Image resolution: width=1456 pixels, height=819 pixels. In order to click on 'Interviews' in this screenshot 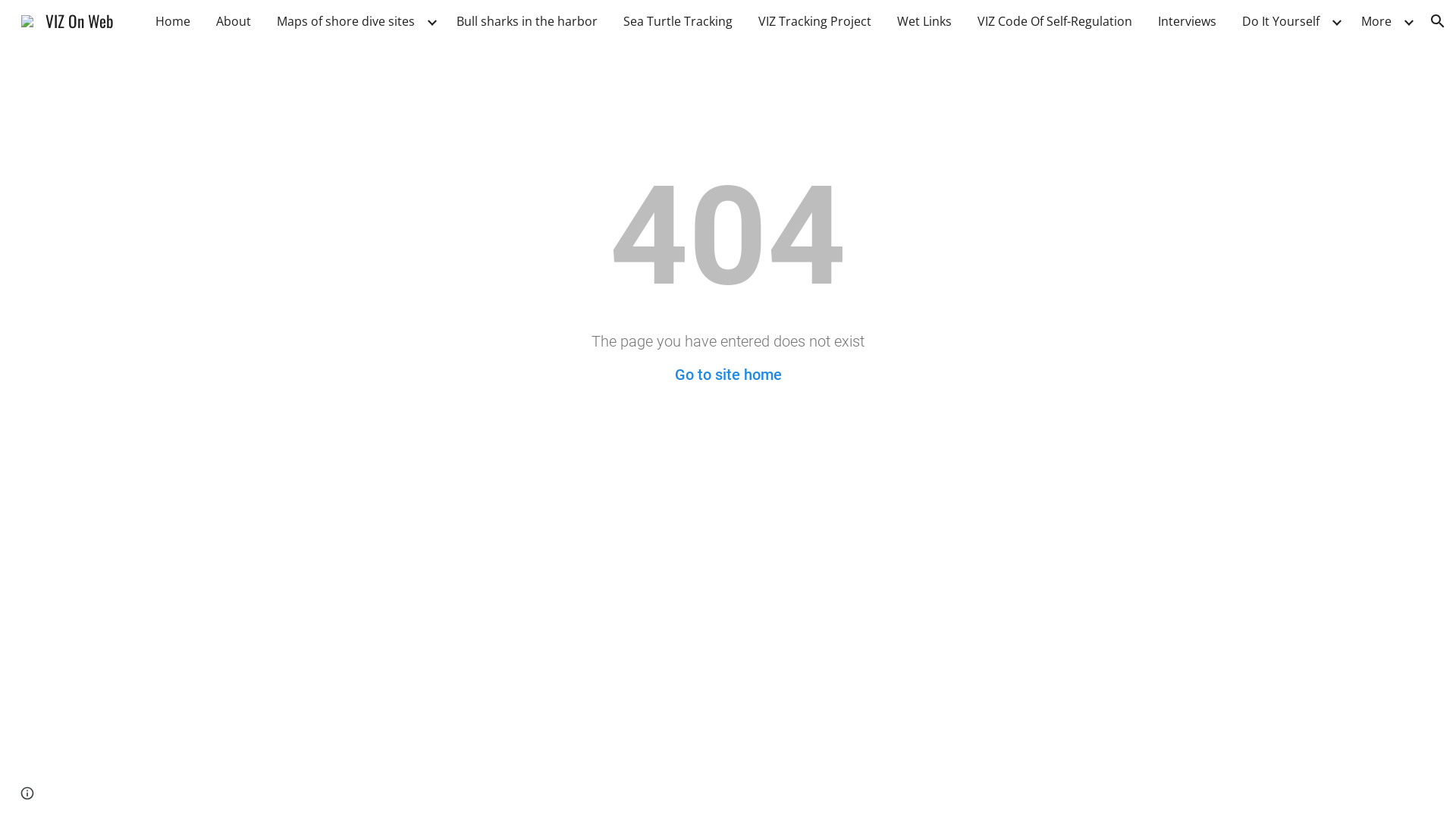, I will do `click(1186, 20)`.